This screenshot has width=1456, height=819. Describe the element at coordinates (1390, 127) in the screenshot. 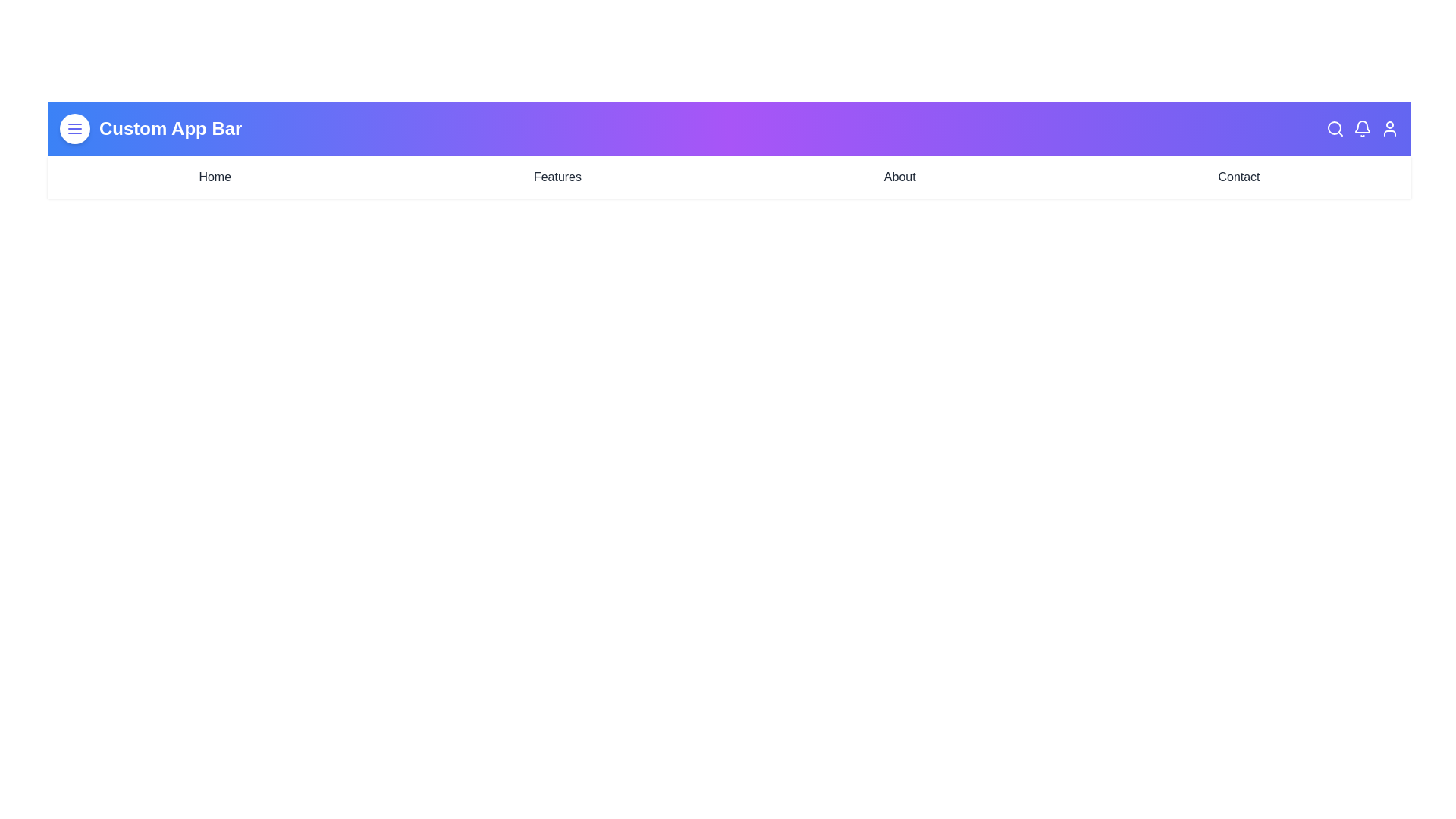

I see `the user_icon to observe visual changes` at that location.